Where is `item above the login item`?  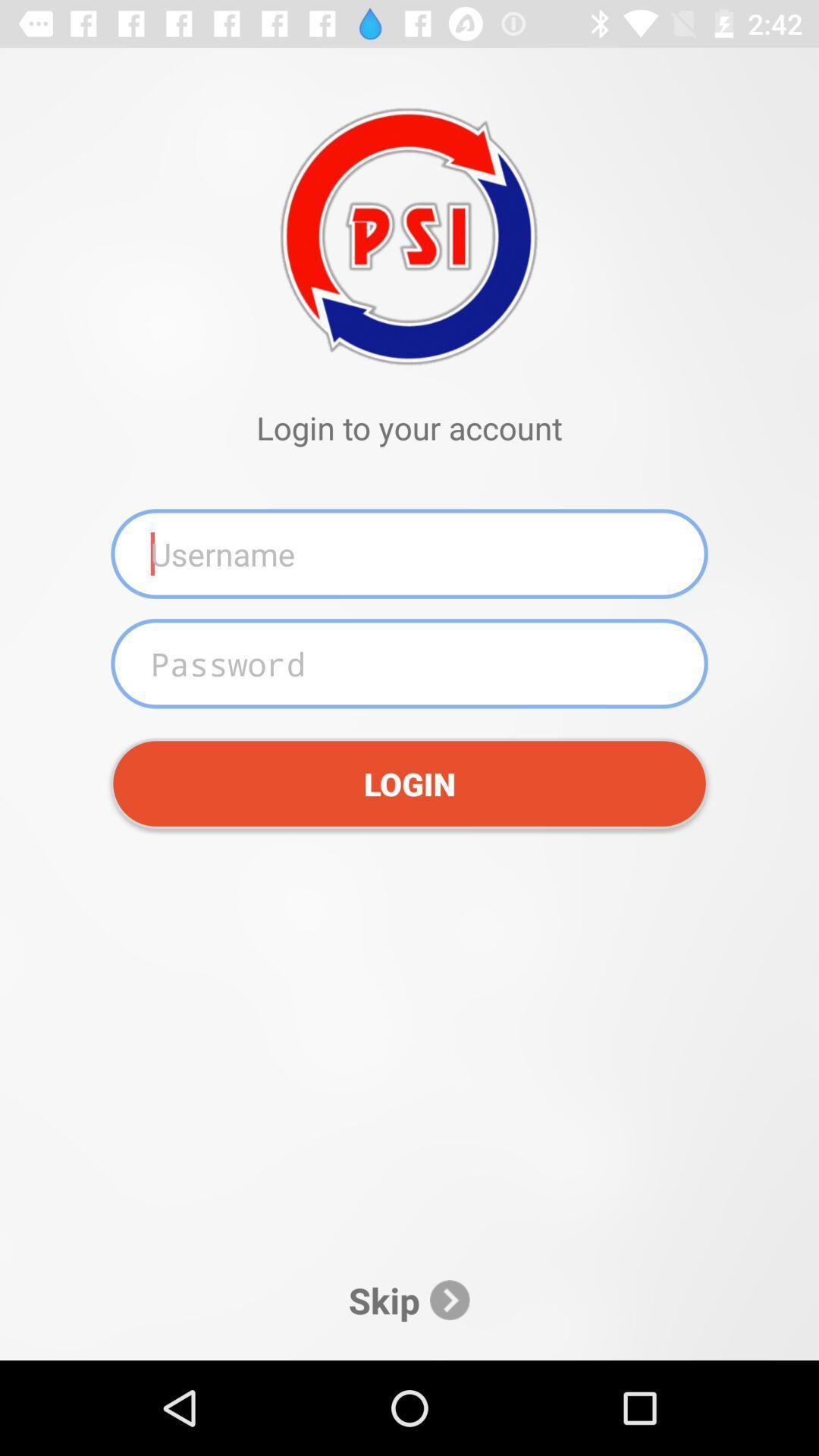
item above the login item is located at coordinates (409, 664).